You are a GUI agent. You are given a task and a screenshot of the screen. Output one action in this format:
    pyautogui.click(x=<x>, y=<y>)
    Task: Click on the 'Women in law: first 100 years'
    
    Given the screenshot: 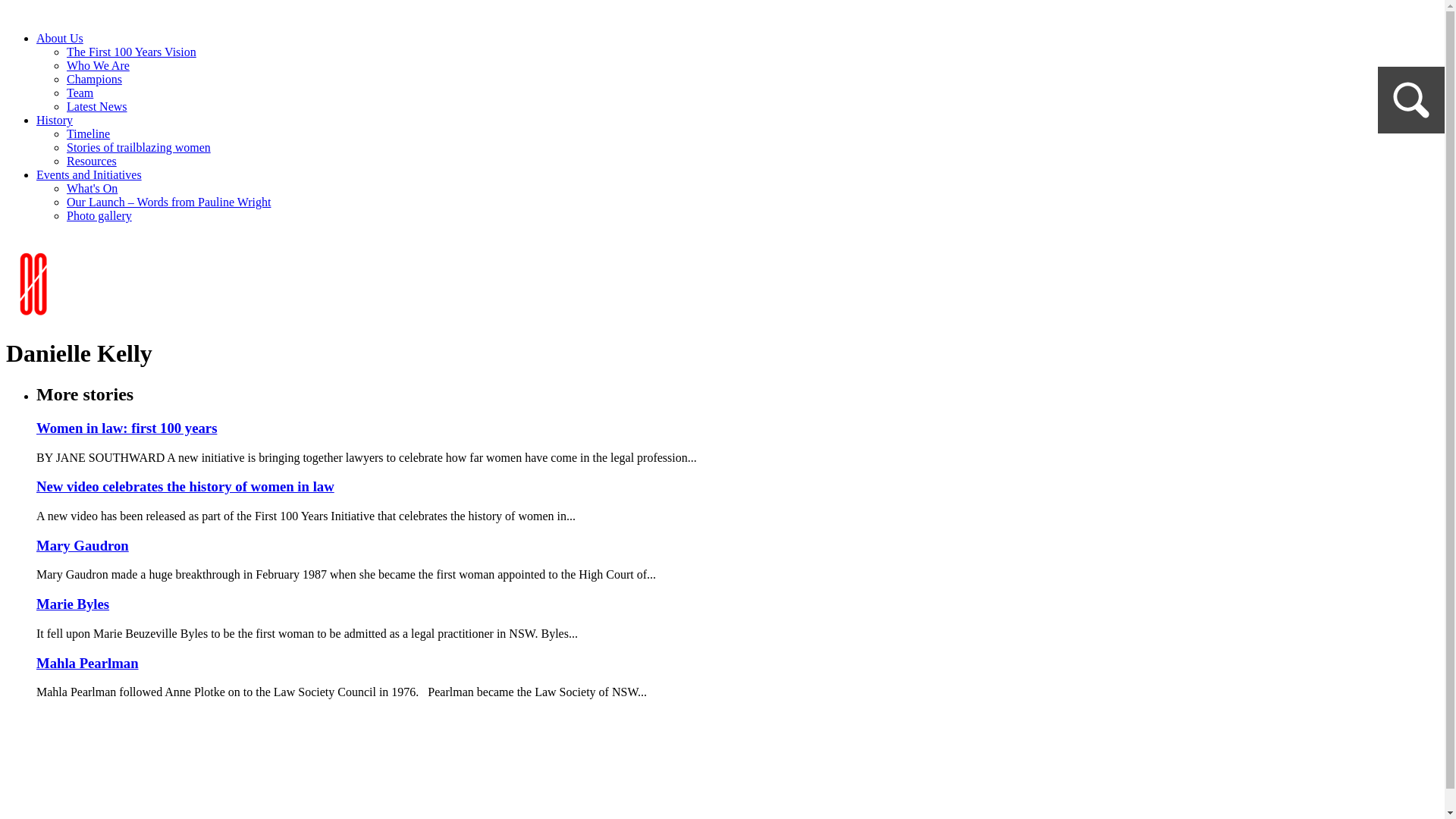 What is the action you would take?
    pyautogui.click(x=127, y=428)
    